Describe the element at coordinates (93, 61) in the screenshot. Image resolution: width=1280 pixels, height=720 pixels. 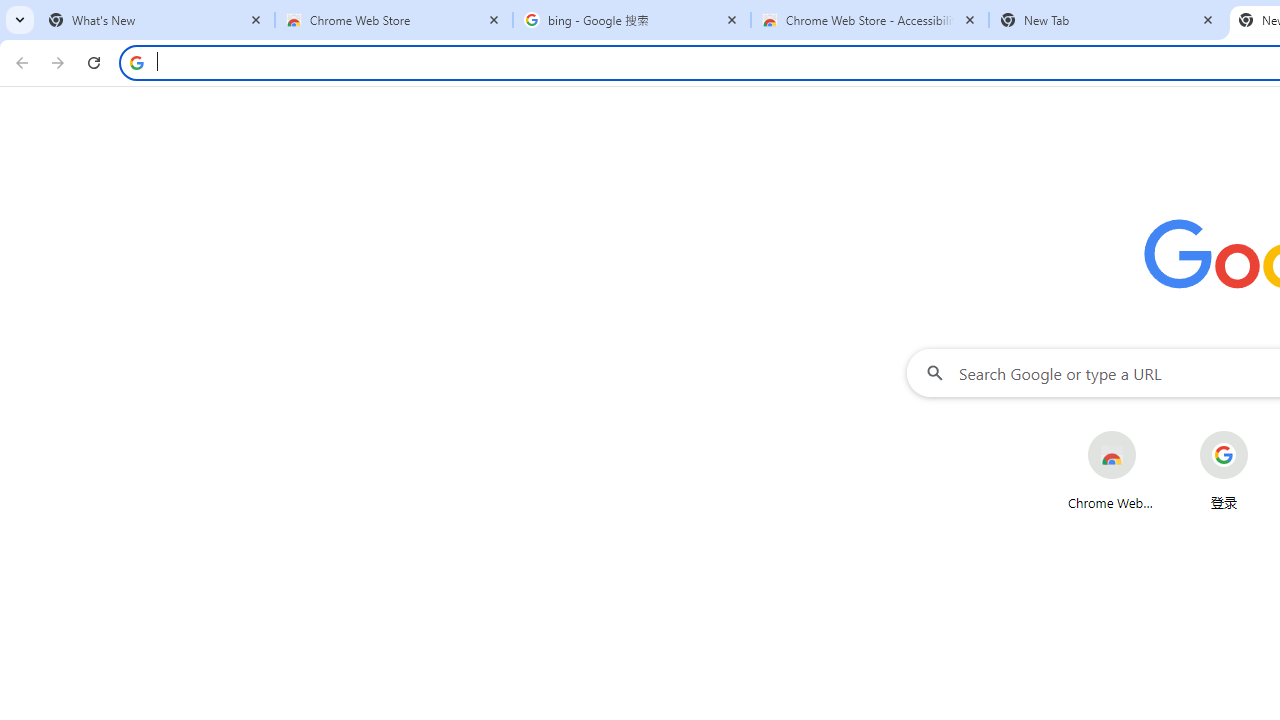
I see `'Reload'` at that location.